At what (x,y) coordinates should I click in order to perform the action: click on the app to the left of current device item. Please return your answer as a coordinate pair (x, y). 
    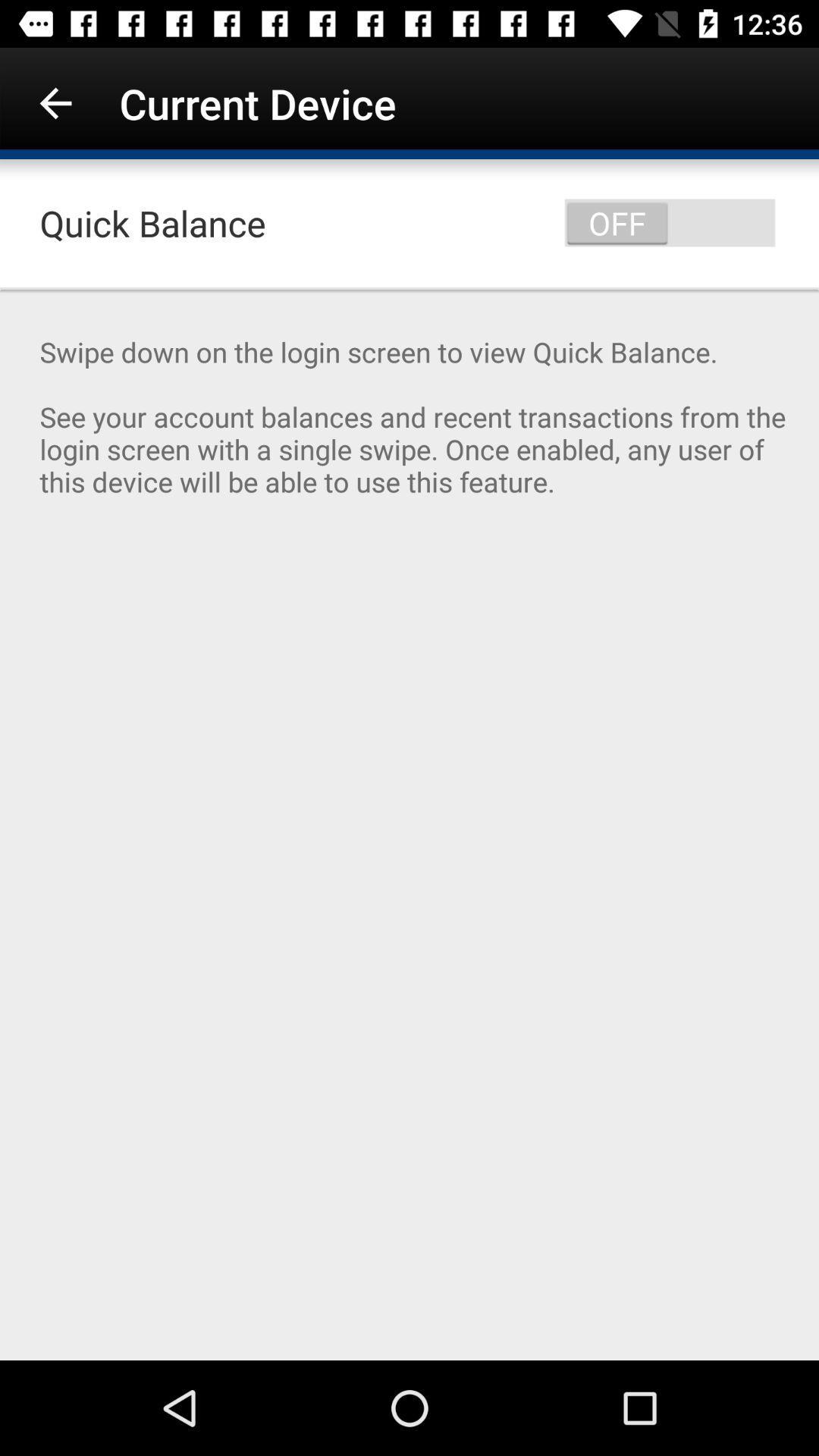
    Looking at the image, I should click on (55, 102).